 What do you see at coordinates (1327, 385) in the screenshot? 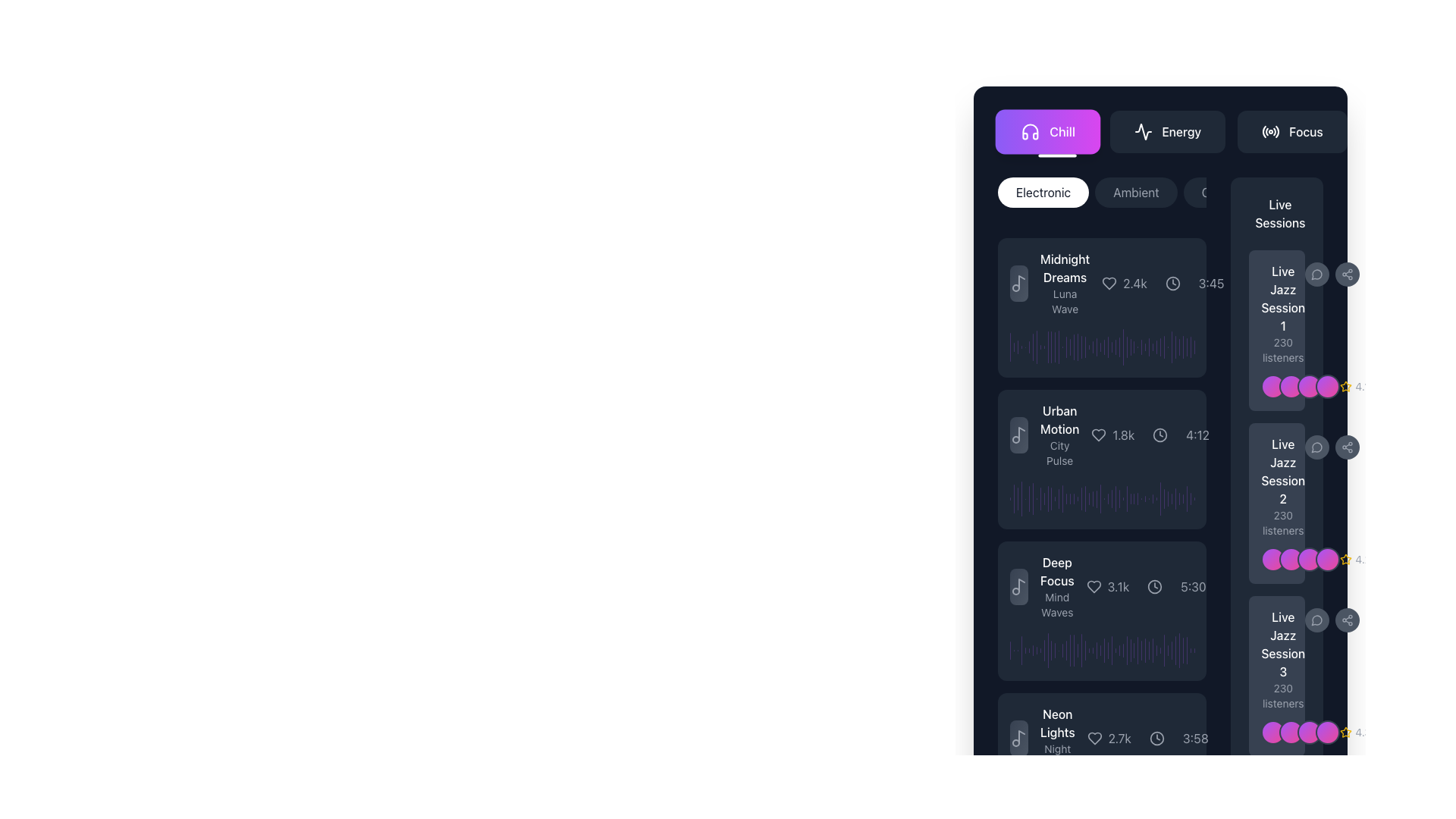
I see `the fourth circular decorative or interactive icon, which features a gradient fill transitioning from purple to pink and a dark gray border, located in the 'Live Sessions' section` at bounding box center [1327, 385].